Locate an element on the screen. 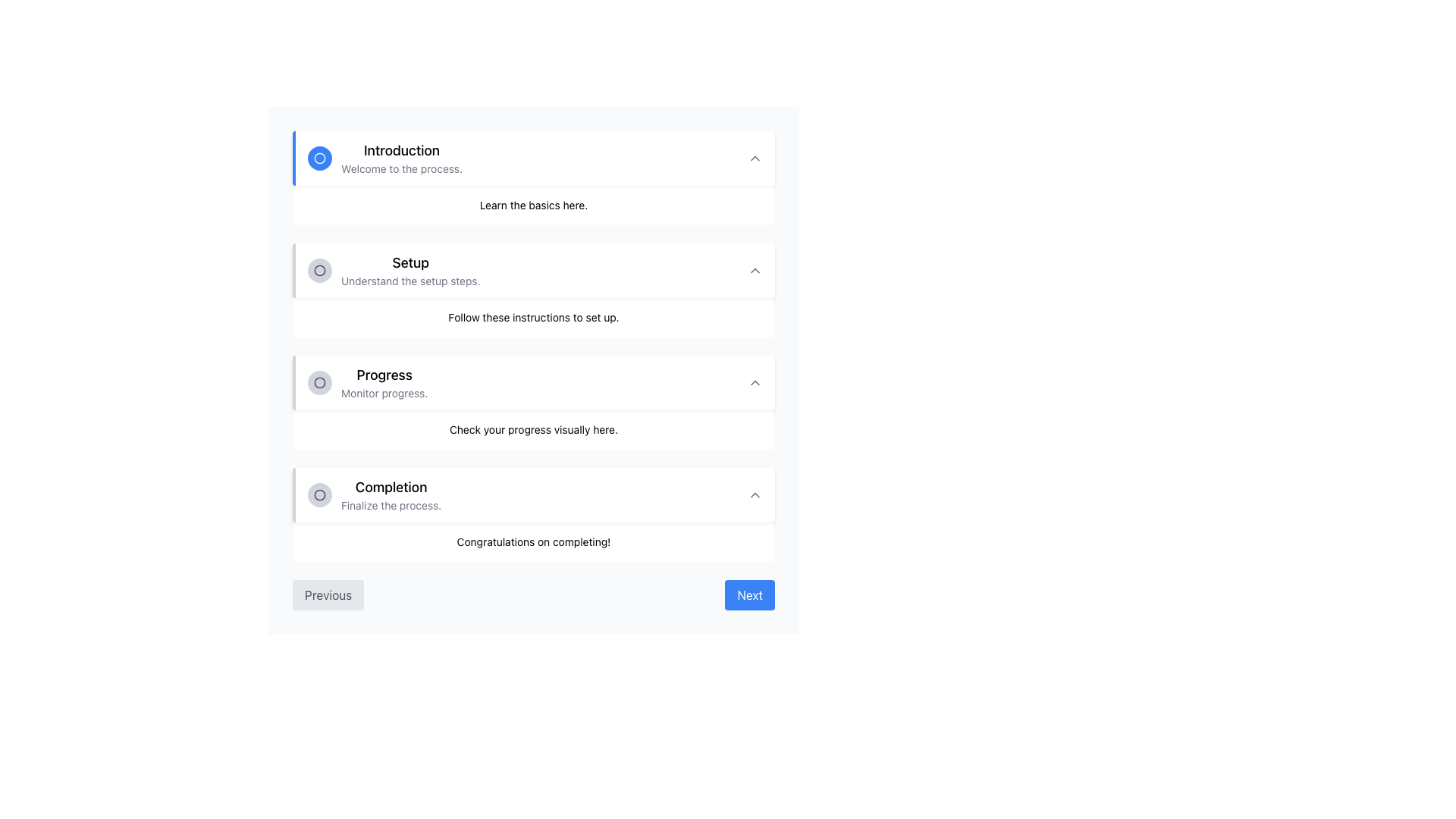  the step item in the stepper layout that contains the title 'Progress' and the description 'Monitor progress.' is located at coordinates (368, 382).